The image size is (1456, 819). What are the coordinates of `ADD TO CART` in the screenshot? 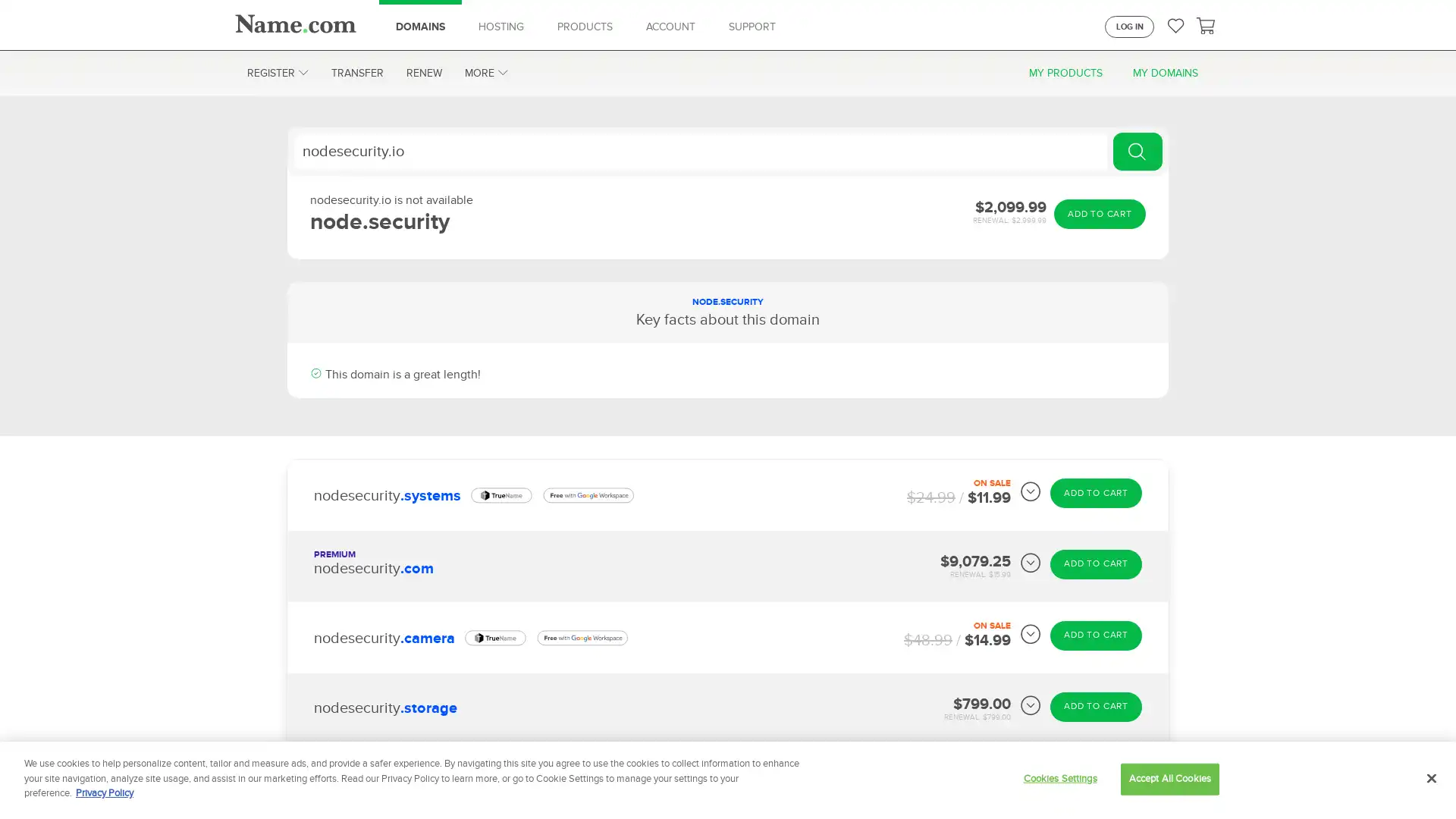 It's located at (1096, 493).